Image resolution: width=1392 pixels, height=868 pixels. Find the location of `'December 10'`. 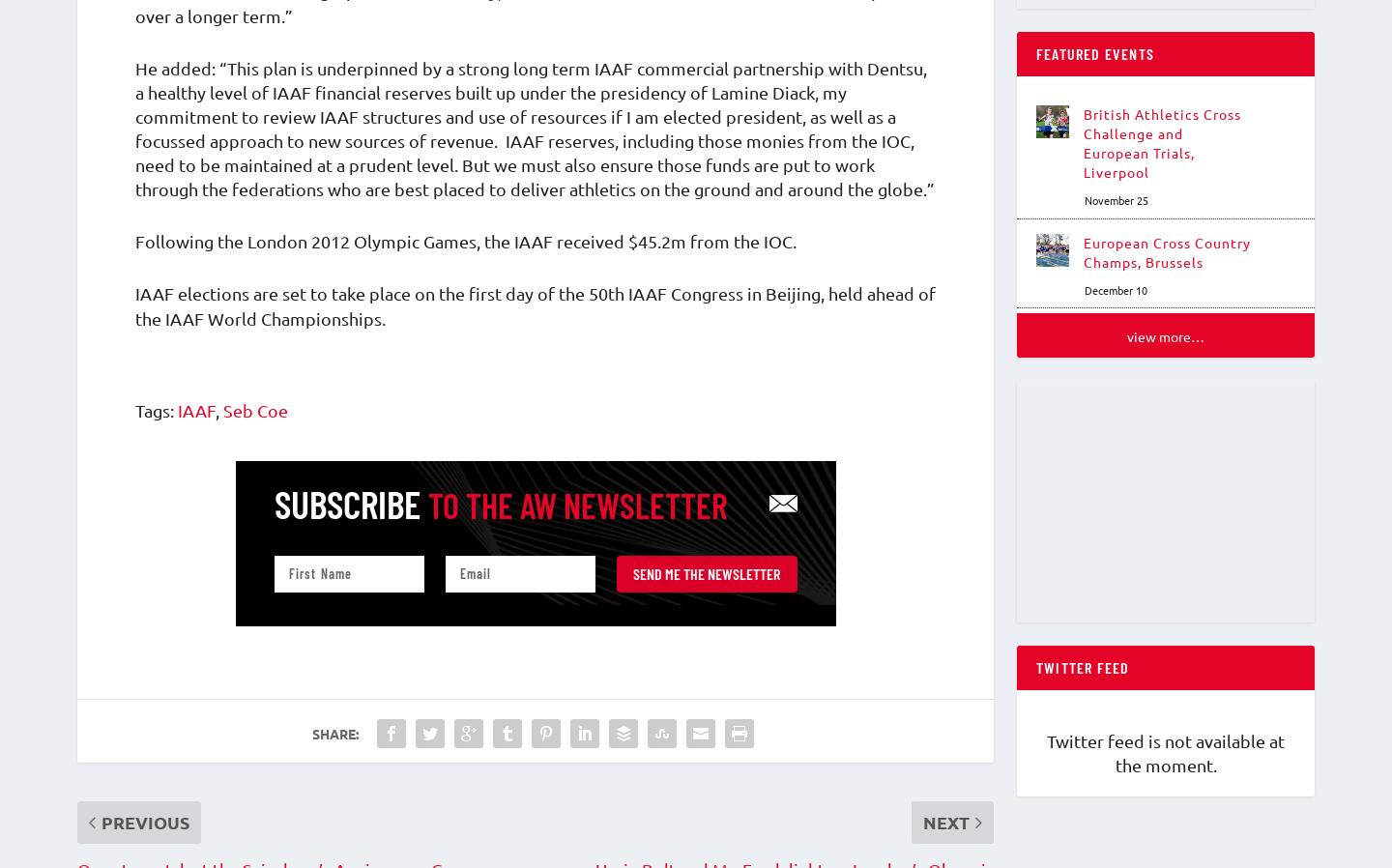

'December 10' is located at coordinates (1116, 299).